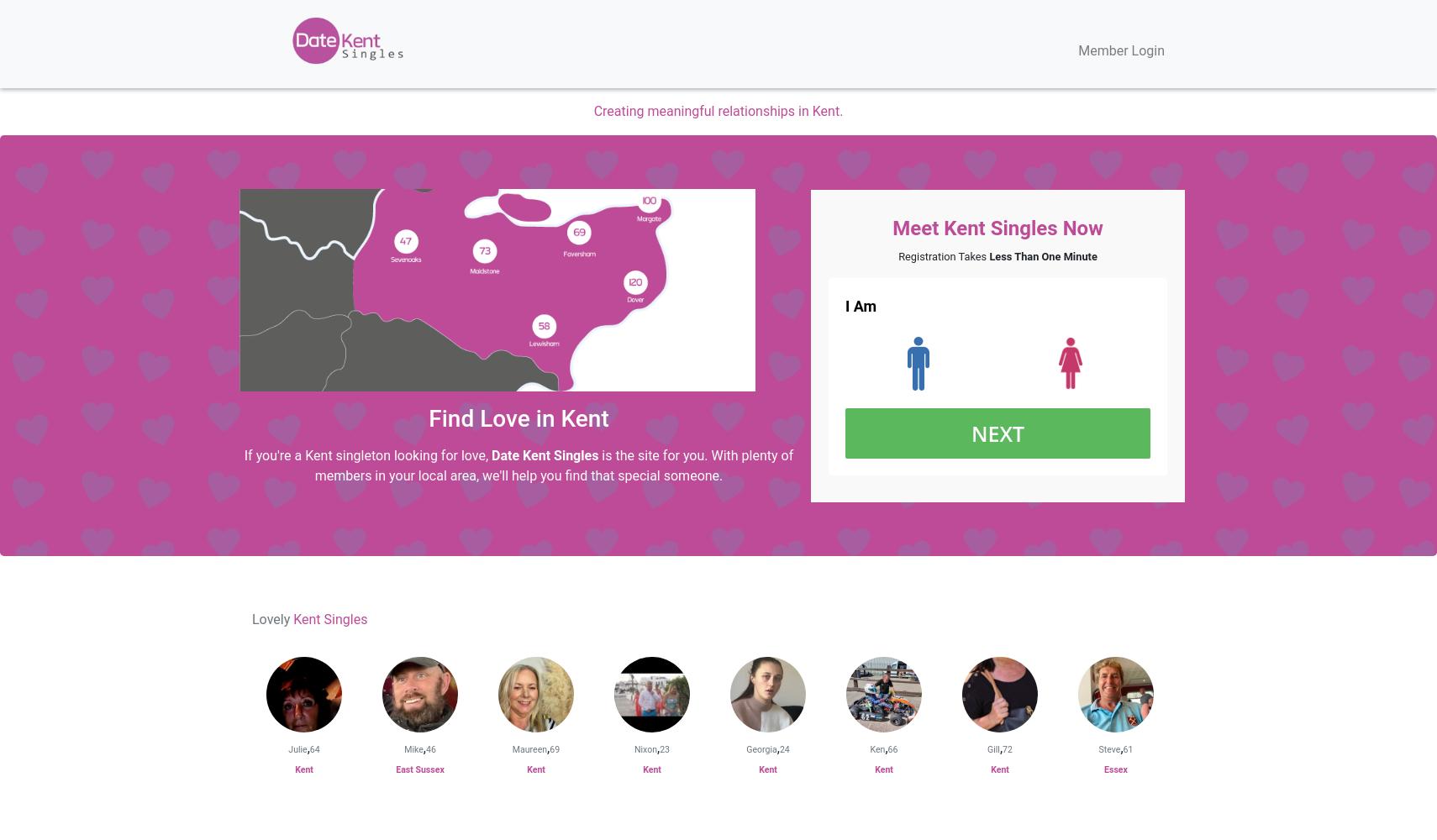  Describe the element at coordinates (1108, 749) in the screenshot. I see `'Steve'` at that location.